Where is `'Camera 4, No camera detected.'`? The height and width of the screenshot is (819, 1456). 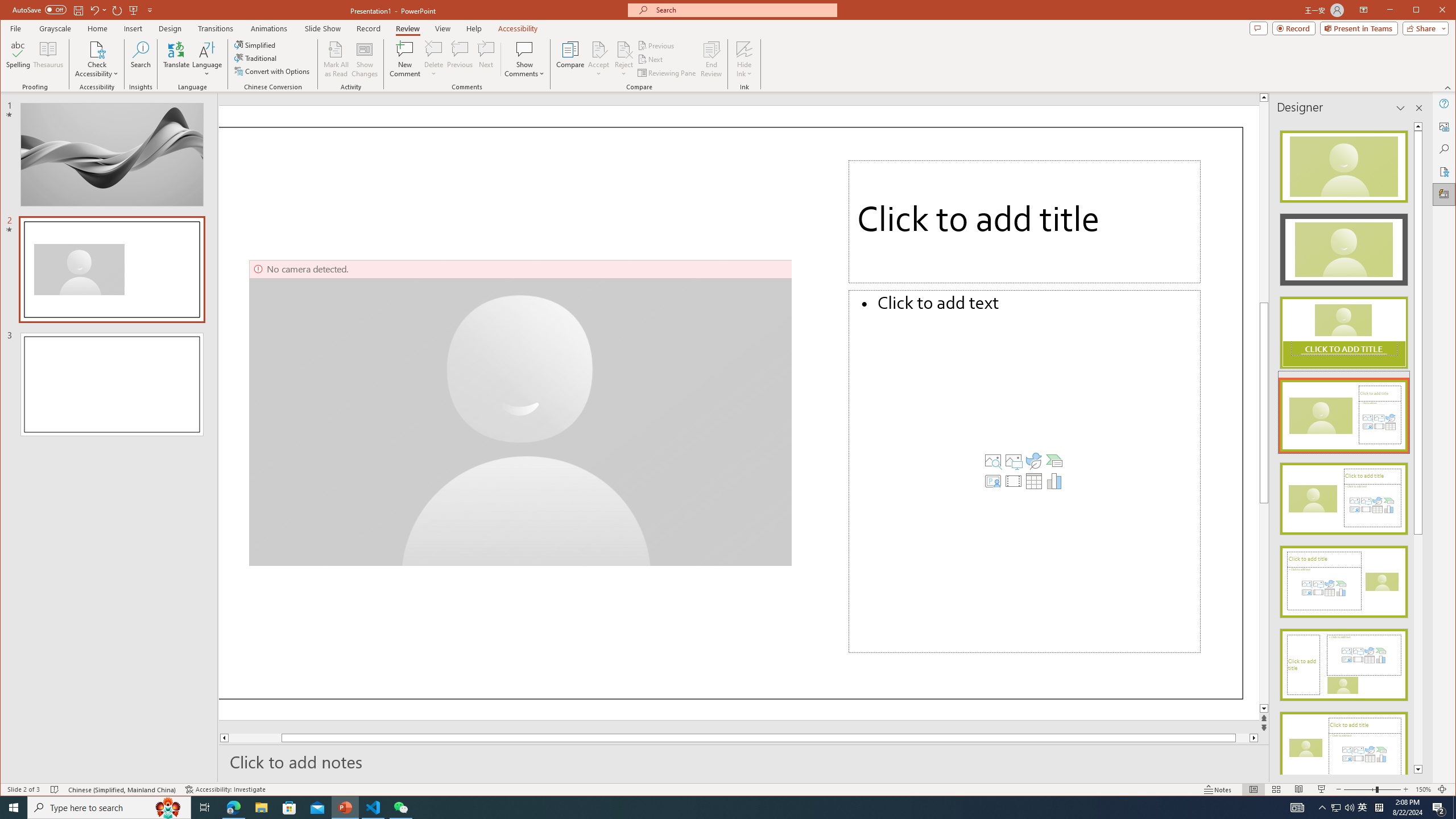 'Camera 4, No camera detected.' is located at coordinates (521, 412).